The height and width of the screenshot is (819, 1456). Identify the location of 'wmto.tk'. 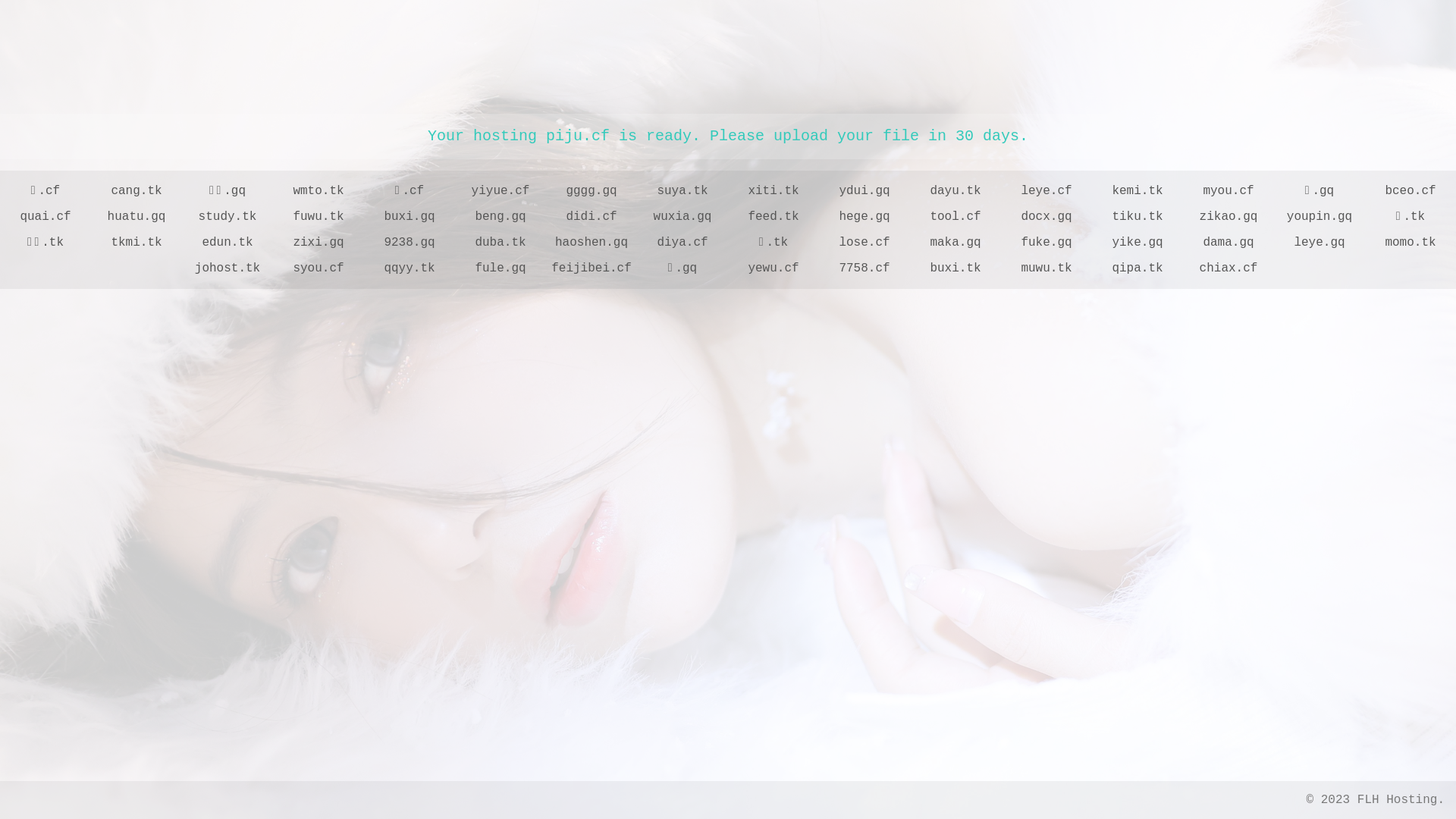
(273, 190).